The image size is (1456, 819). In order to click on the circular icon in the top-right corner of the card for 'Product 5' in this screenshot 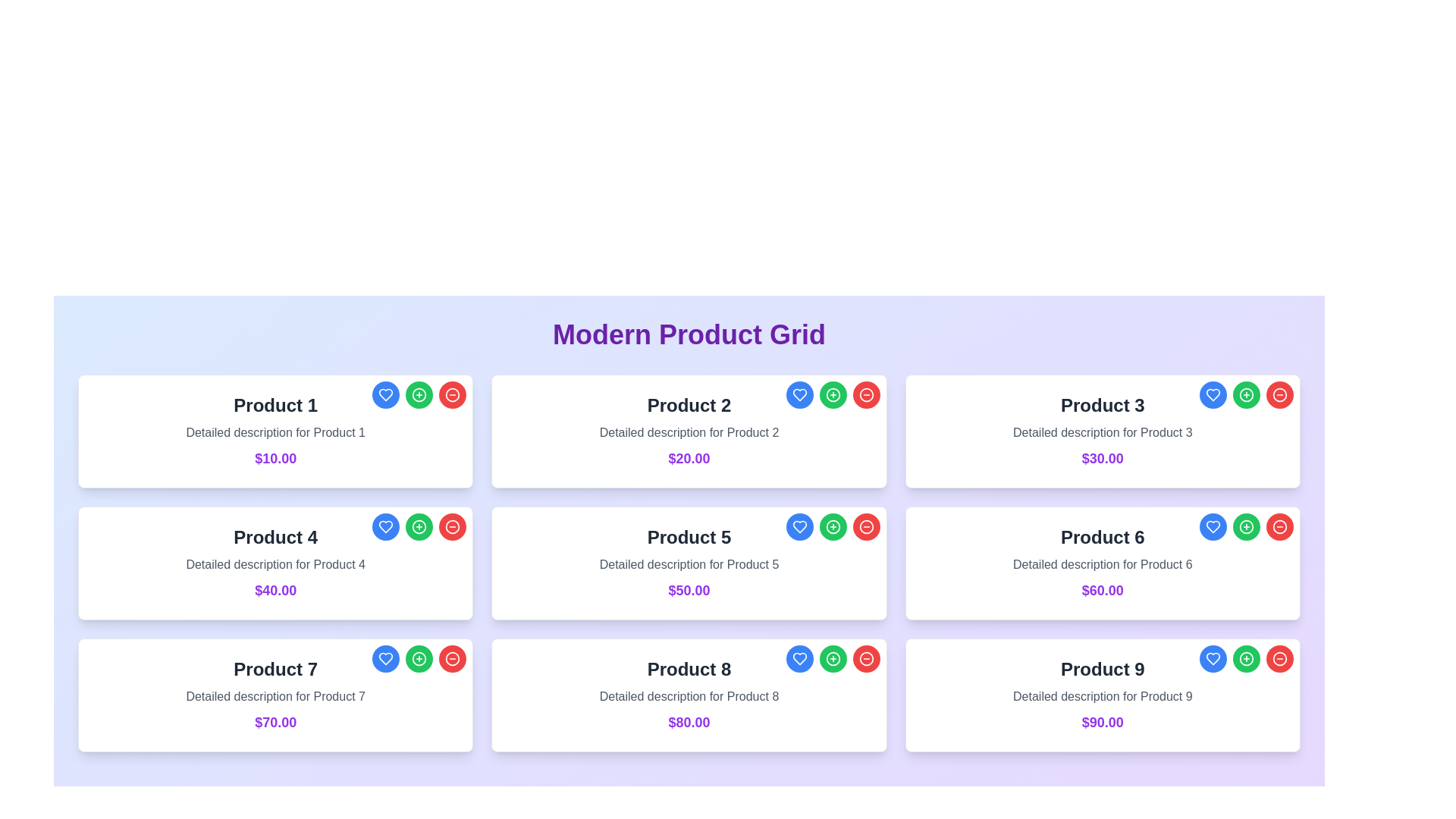, I will do `click(832, 526)`.